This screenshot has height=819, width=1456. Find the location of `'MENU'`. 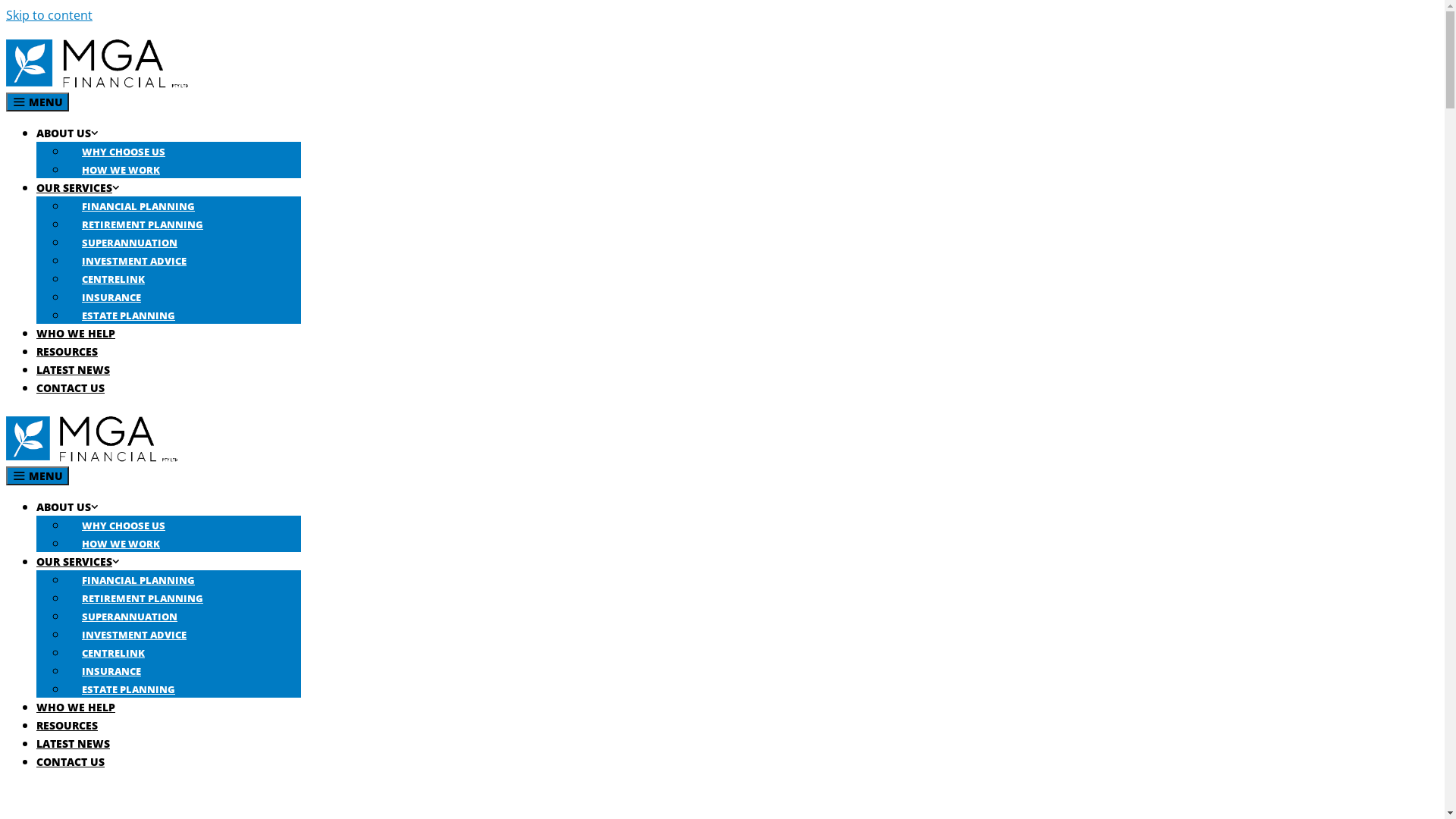

'MENU' is located at coordinates (37, 475).